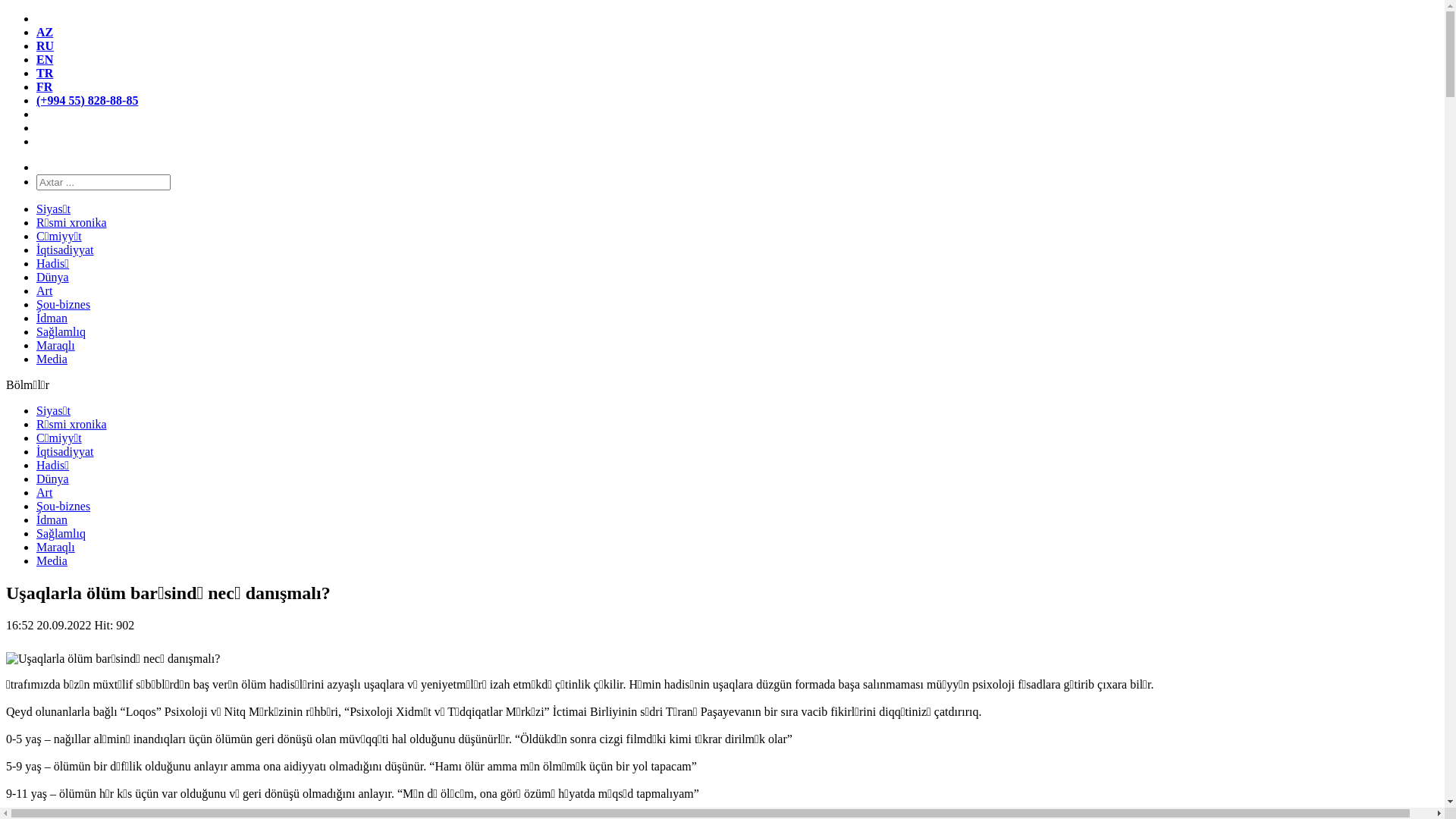 This screenshot has width=1456, height=819. What do you see at coordinates (36, 32) in the screenshot?
I see `'AZ'` at bounding box center [36, 32].